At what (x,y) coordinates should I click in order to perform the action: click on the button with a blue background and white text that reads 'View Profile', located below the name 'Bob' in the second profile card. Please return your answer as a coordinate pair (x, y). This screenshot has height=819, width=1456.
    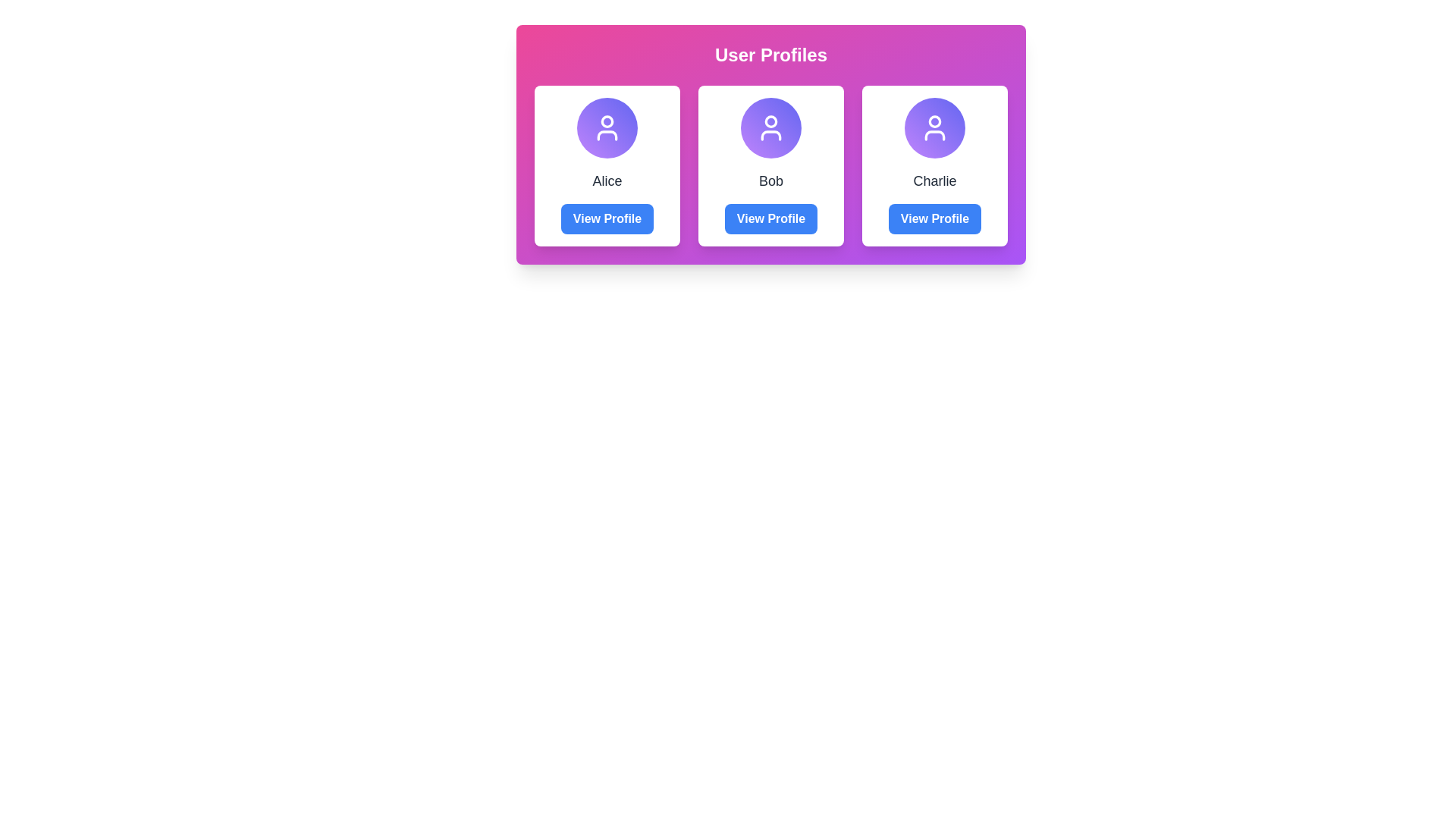
    Looking at the image, I should click on (771, 219).